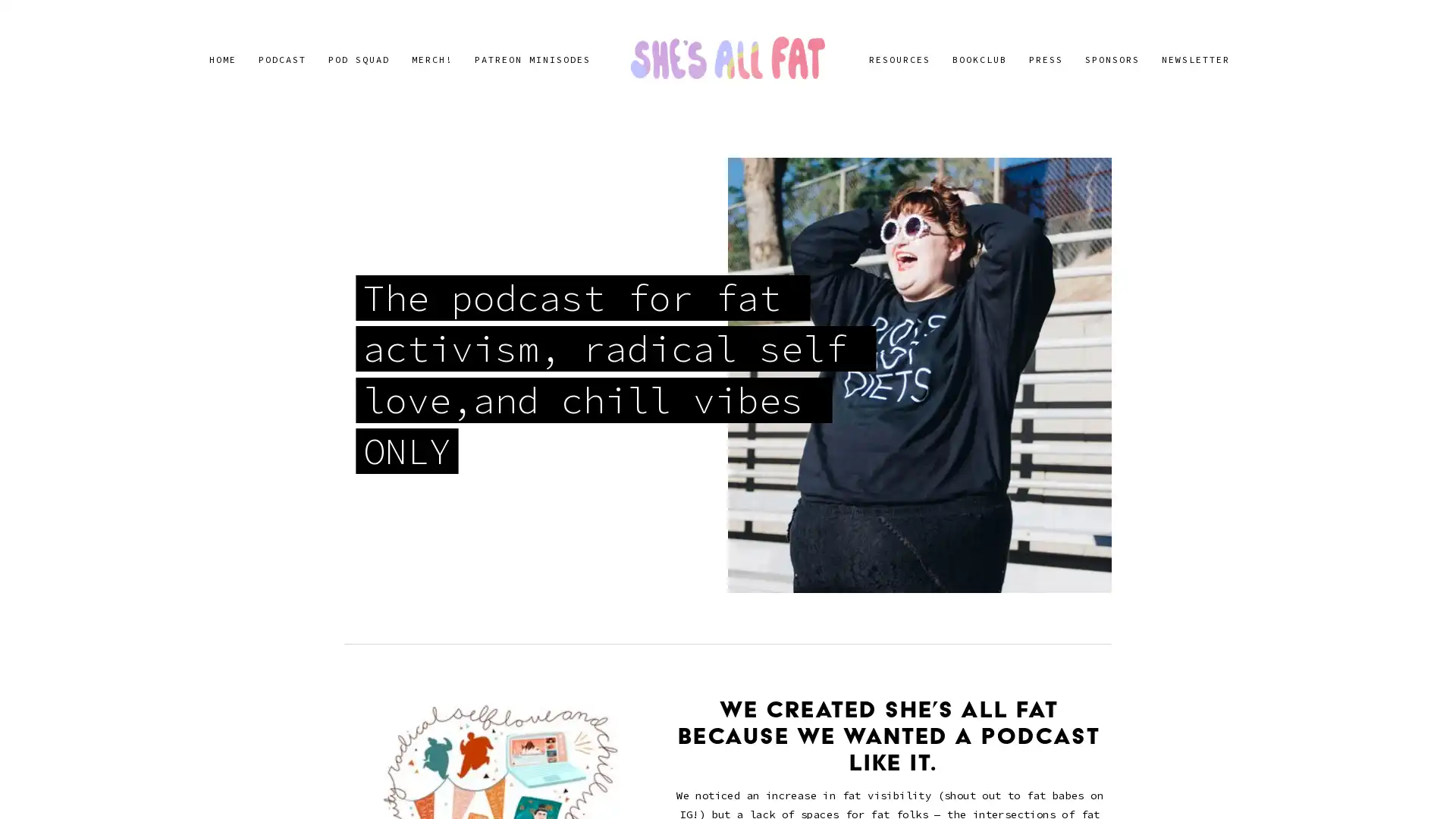 Image resolution: width=1456 pixels, height=819 pixels. What do you see at coordinates (994, 228) in the screenshot?
I see `Close` at bounding box center [994, 228].